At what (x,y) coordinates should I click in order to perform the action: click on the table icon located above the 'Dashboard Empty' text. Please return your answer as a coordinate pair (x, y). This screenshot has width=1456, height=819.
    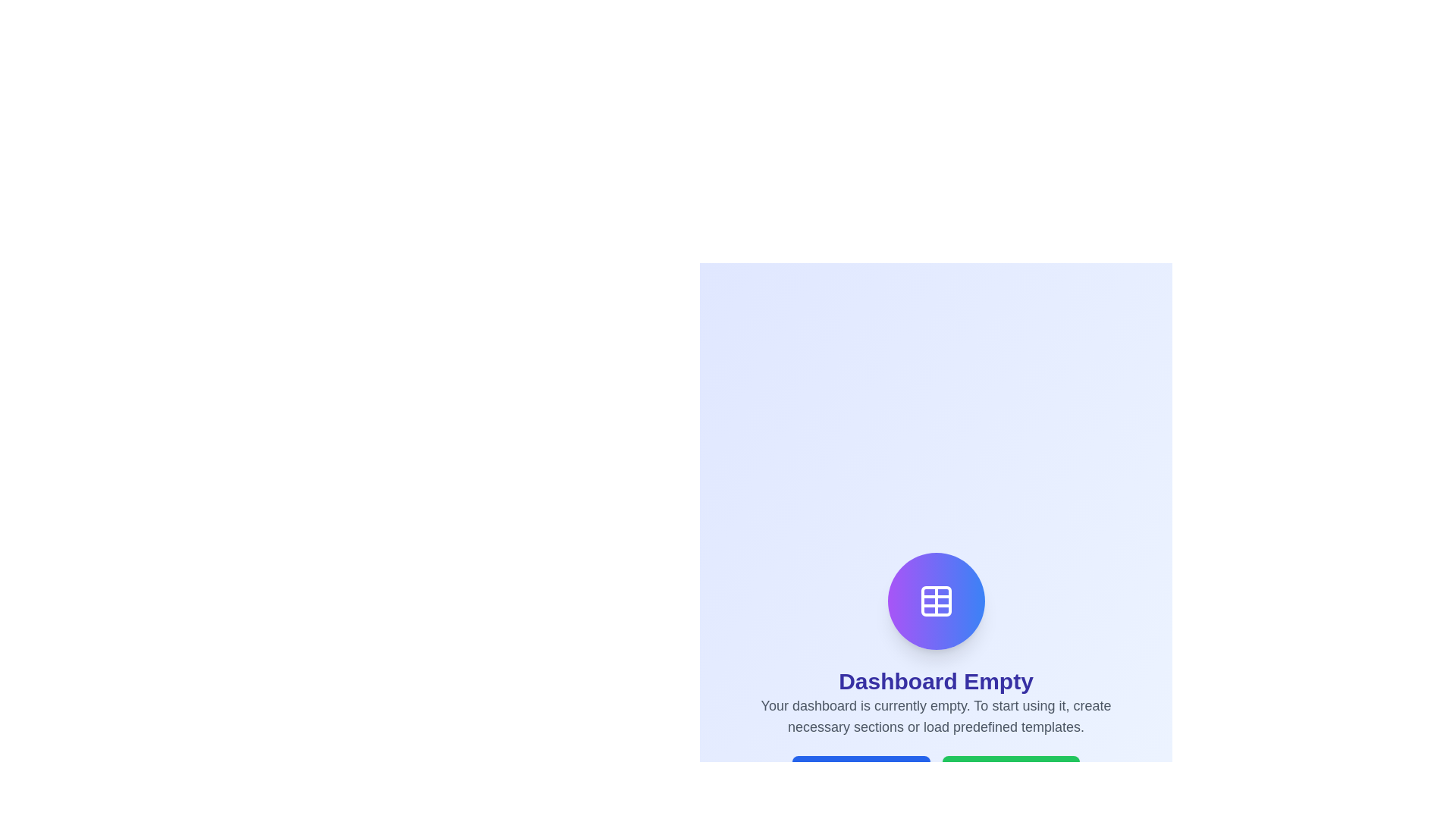
    Looking at the image, I should click on (935, 601).